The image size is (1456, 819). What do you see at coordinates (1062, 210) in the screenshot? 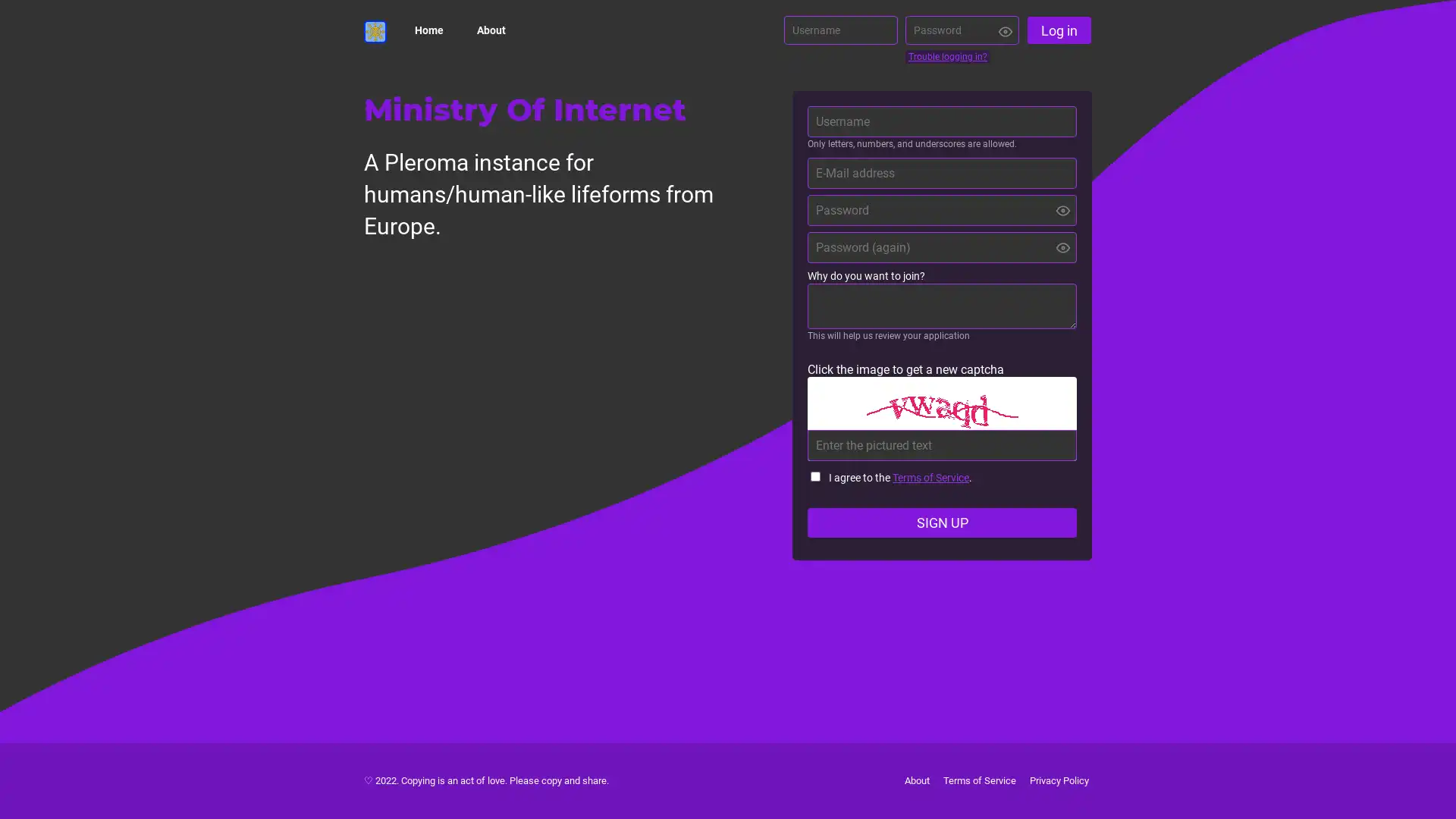
I see `Show password` at bounding box center [1062, 210].